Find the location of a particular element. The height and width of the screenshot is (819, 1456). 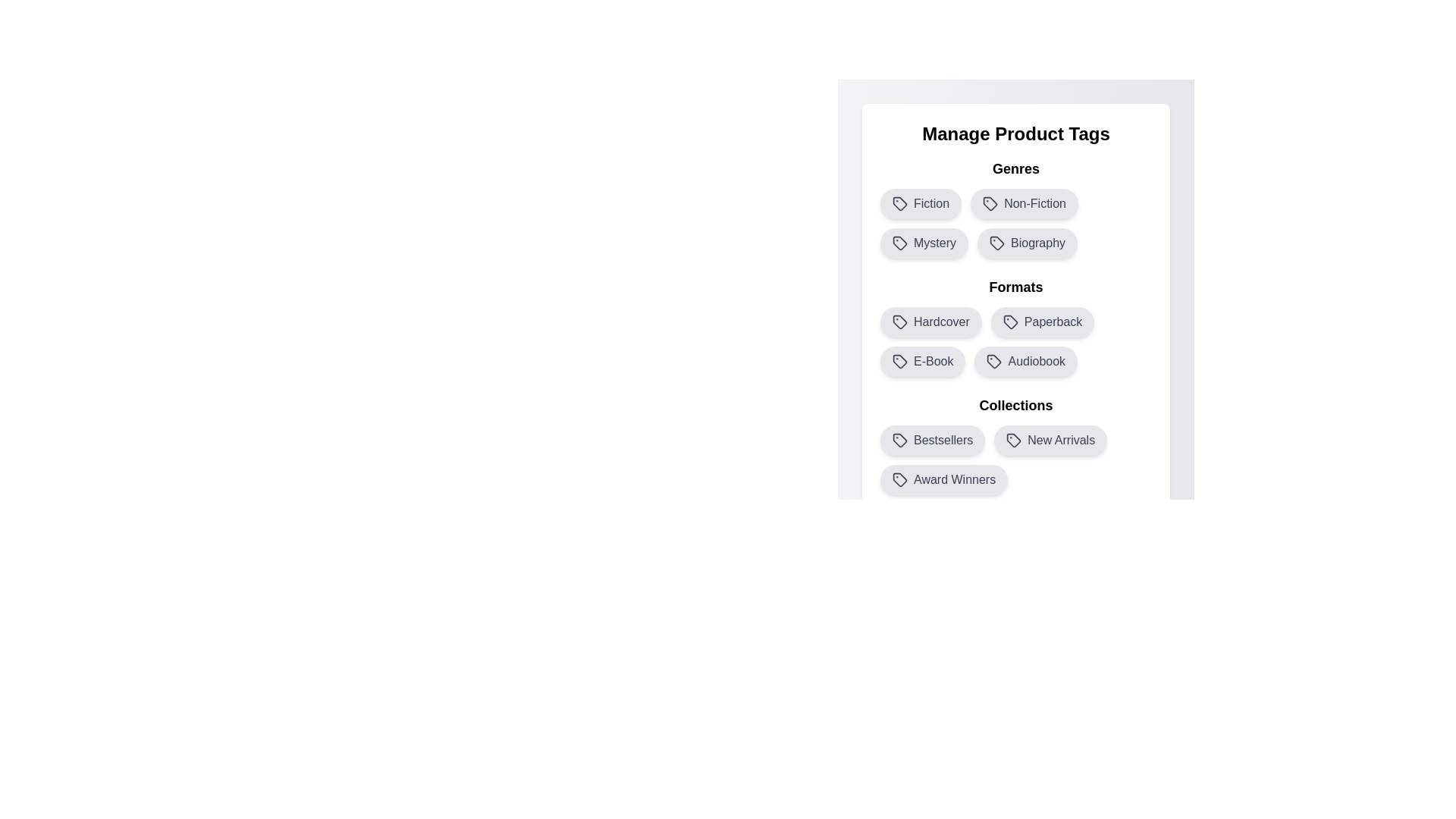

the text header labeled 'Formats', which is styled in bold black font and positioned above format options in the 'Manage Product Tags' interface is located at coordinates (1015, 287).